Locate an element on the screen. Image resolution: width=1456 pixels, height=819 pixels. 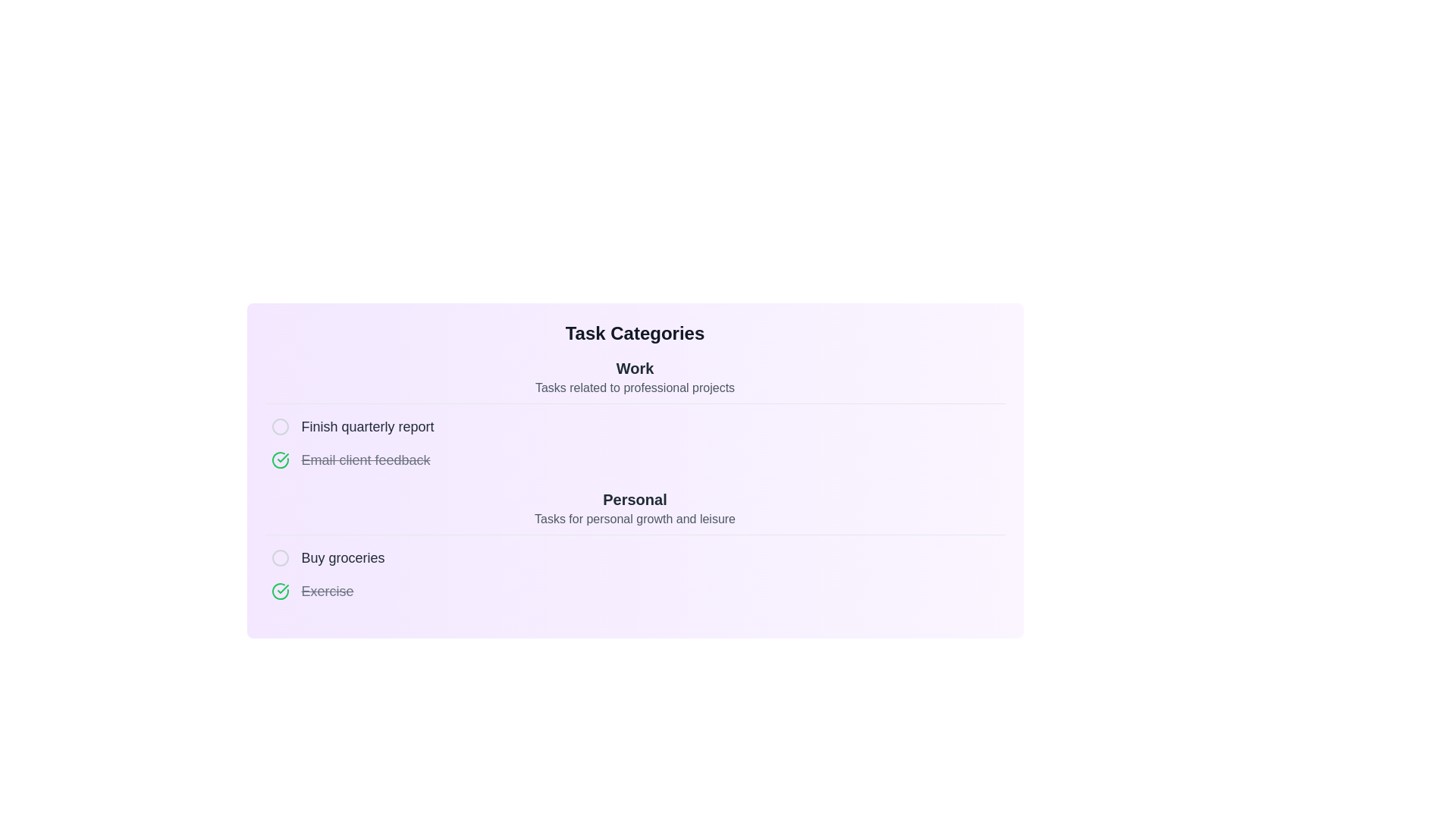
the text 'Finish quarterly report' in the first list item under the 'Work' section is located at coordinates (352, 427).